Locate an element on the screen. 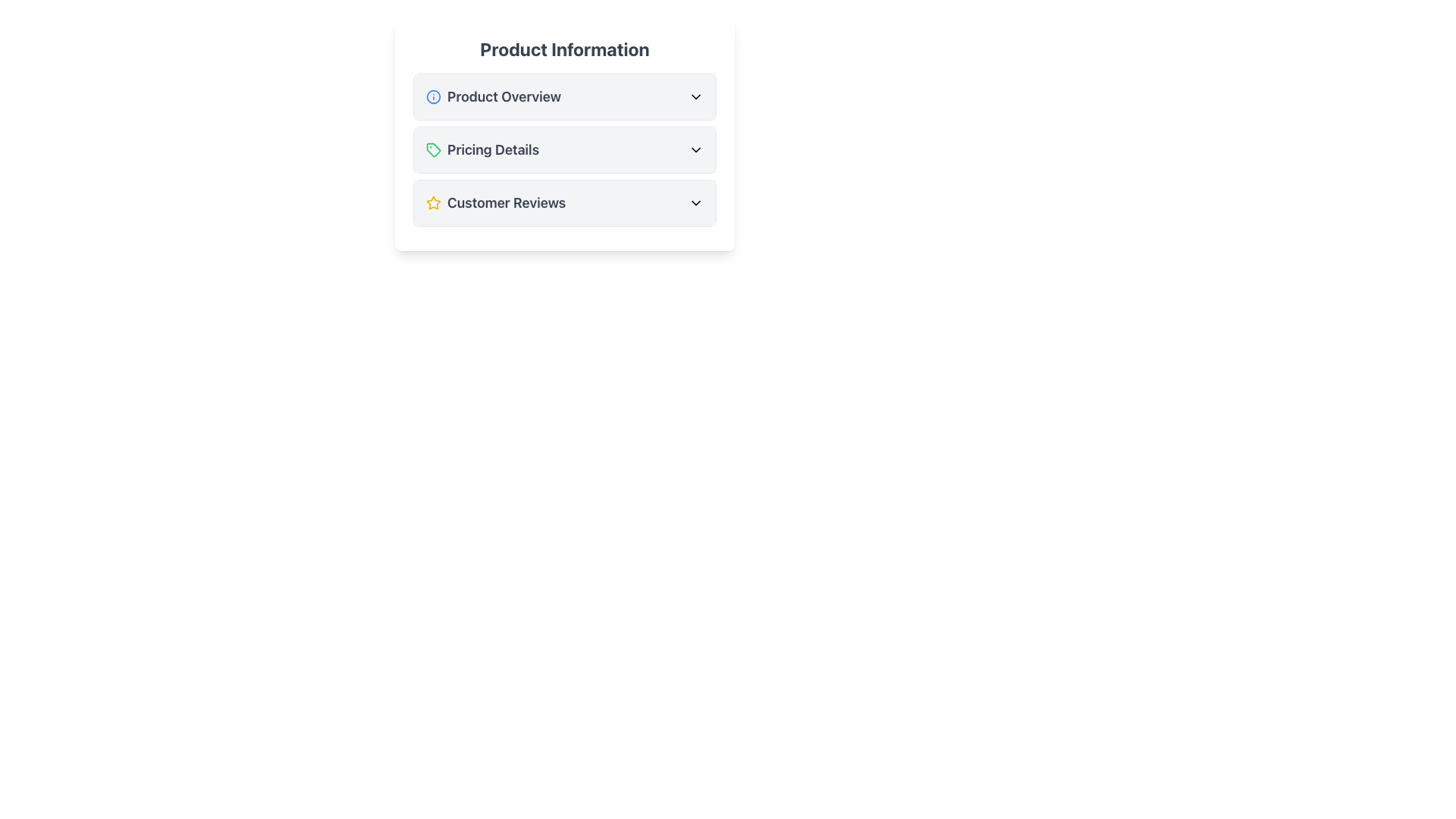  the Toggle Button that expands or collapses the 'Customer Reviews' section, positioned under 'Pricing Details' and above subsequent content is located at coordinates (563, 202).